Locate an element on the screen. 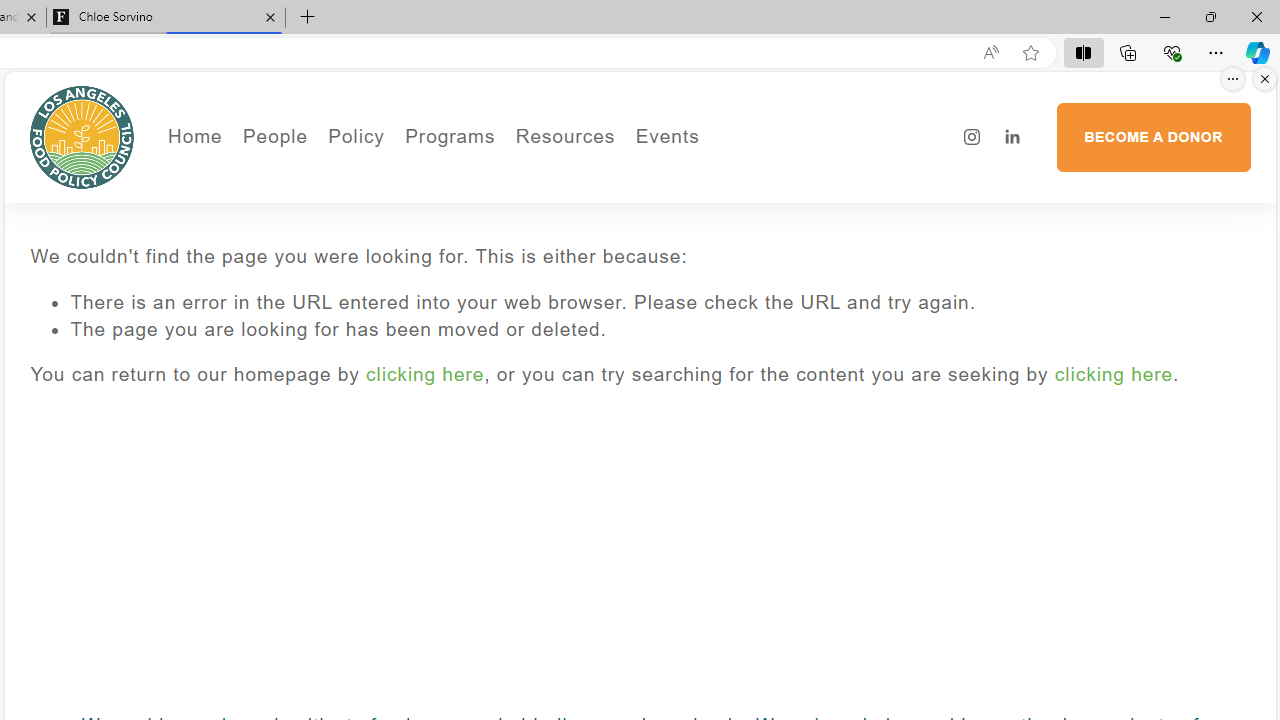 This screenshot has width=1280, height=720. 'Programs' is located at coordinates (449, 136).